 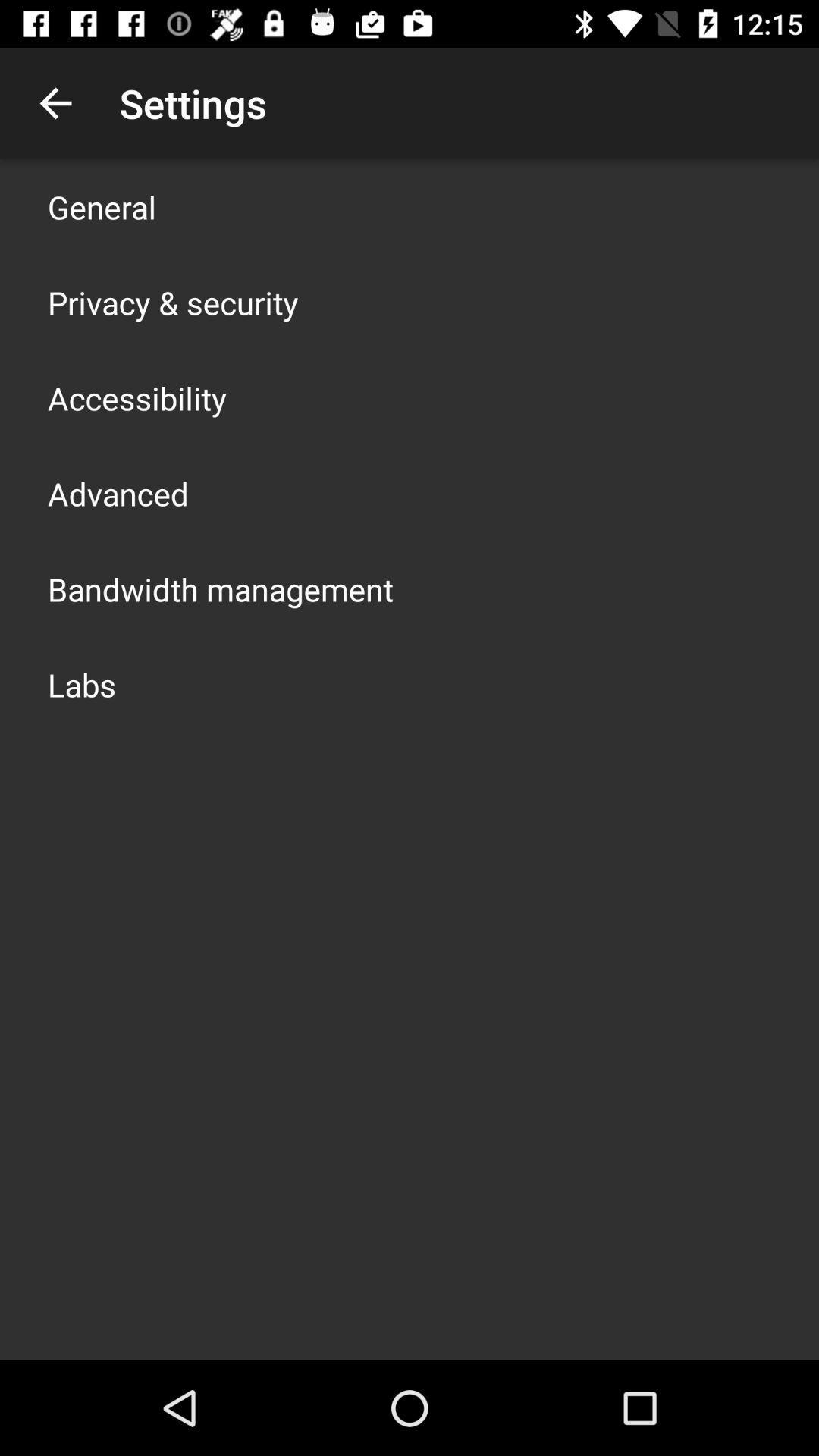 I want to click on the item above advanced icon, so click(x=137, y=397).